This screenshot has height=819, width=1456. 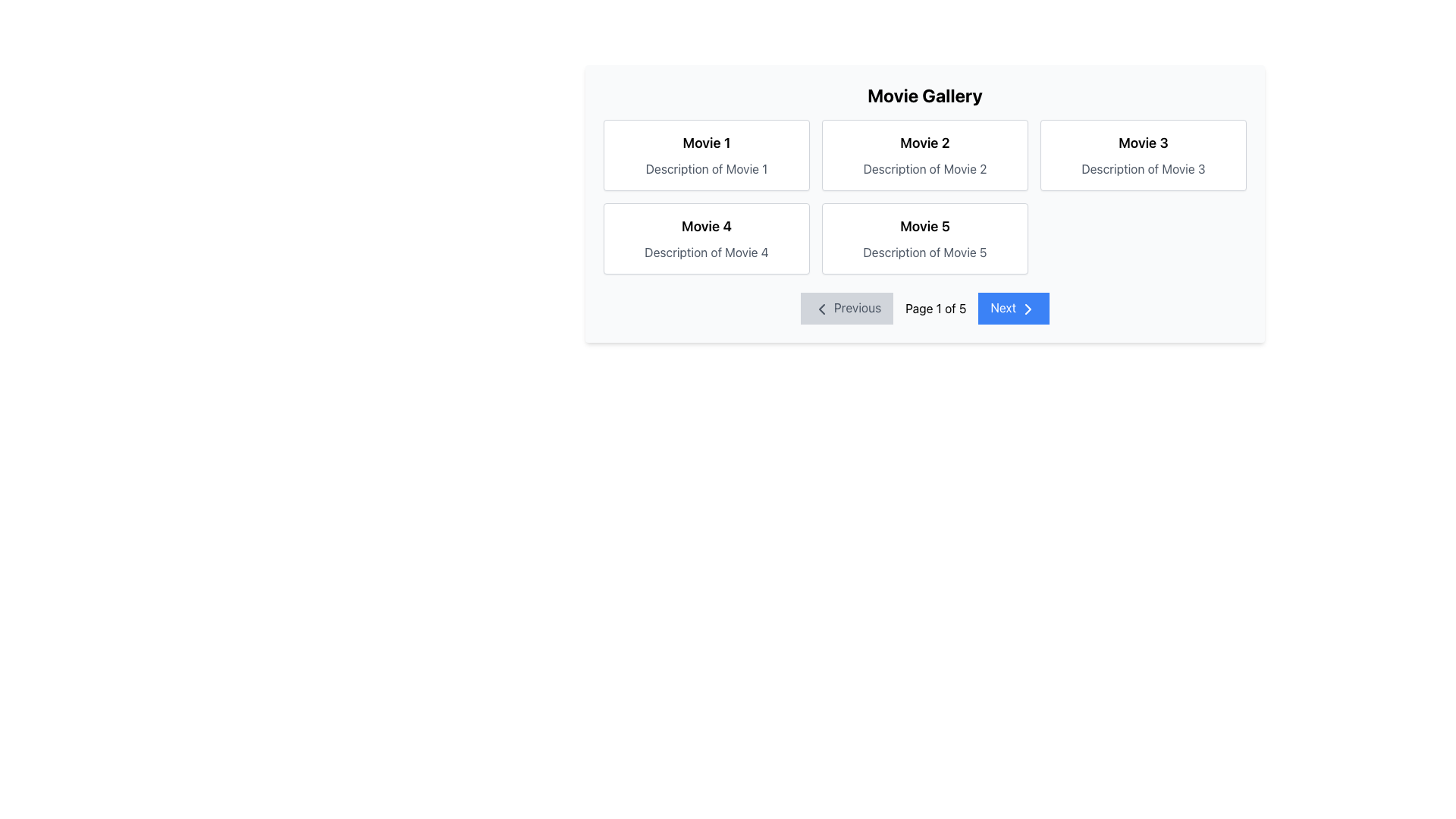 I want to click on the chevron icon indicating the forward navigation function of the 'Next' button located in the bottom navigation bar towards the right side, so click(x=1028, y=308).